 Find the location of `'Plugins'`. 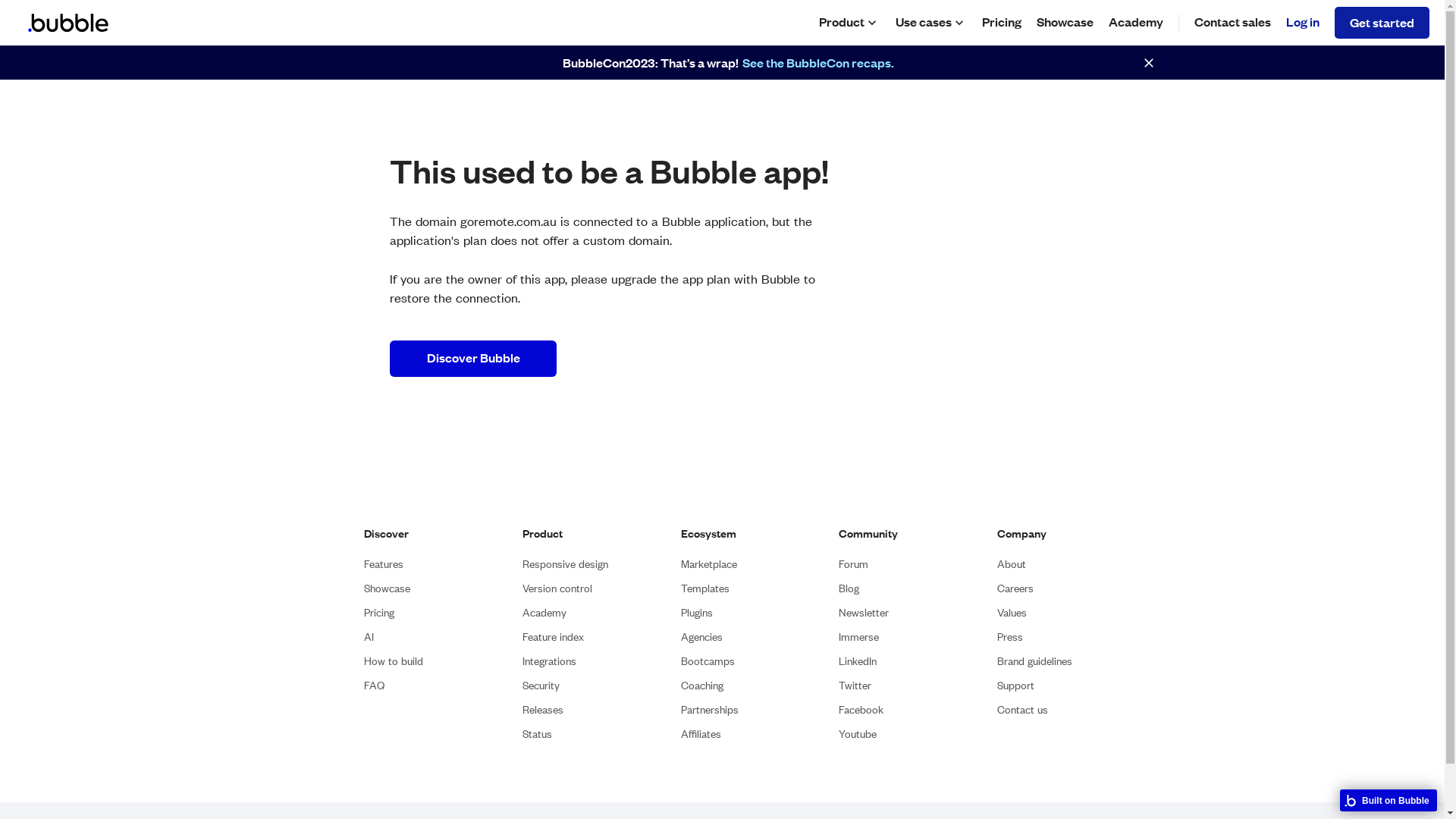

'Plugins' is located at coordinates (695, 611).